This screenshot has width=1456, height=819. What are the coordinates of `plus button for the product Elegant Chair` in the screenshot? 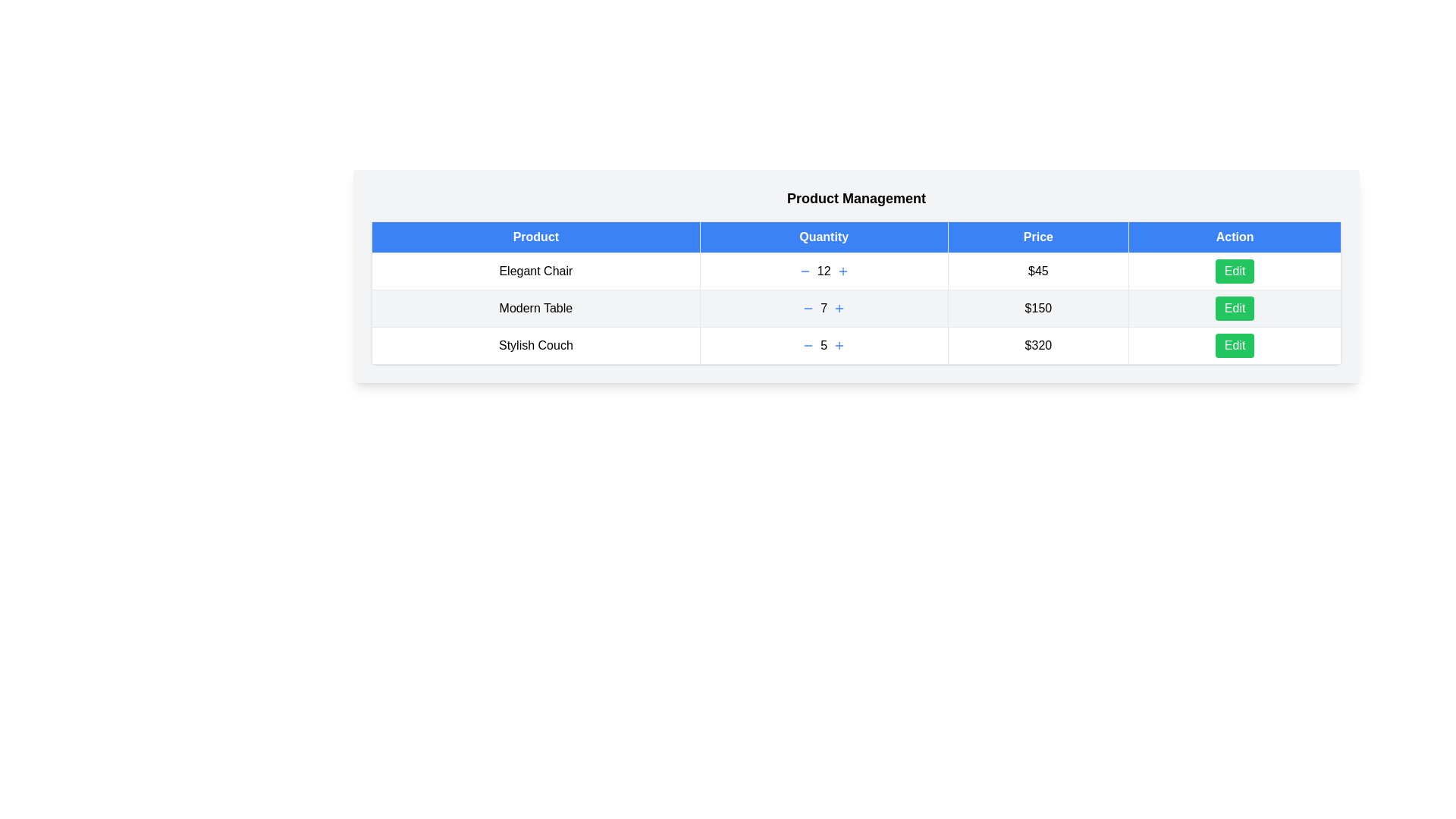 It's located at (842, 271).